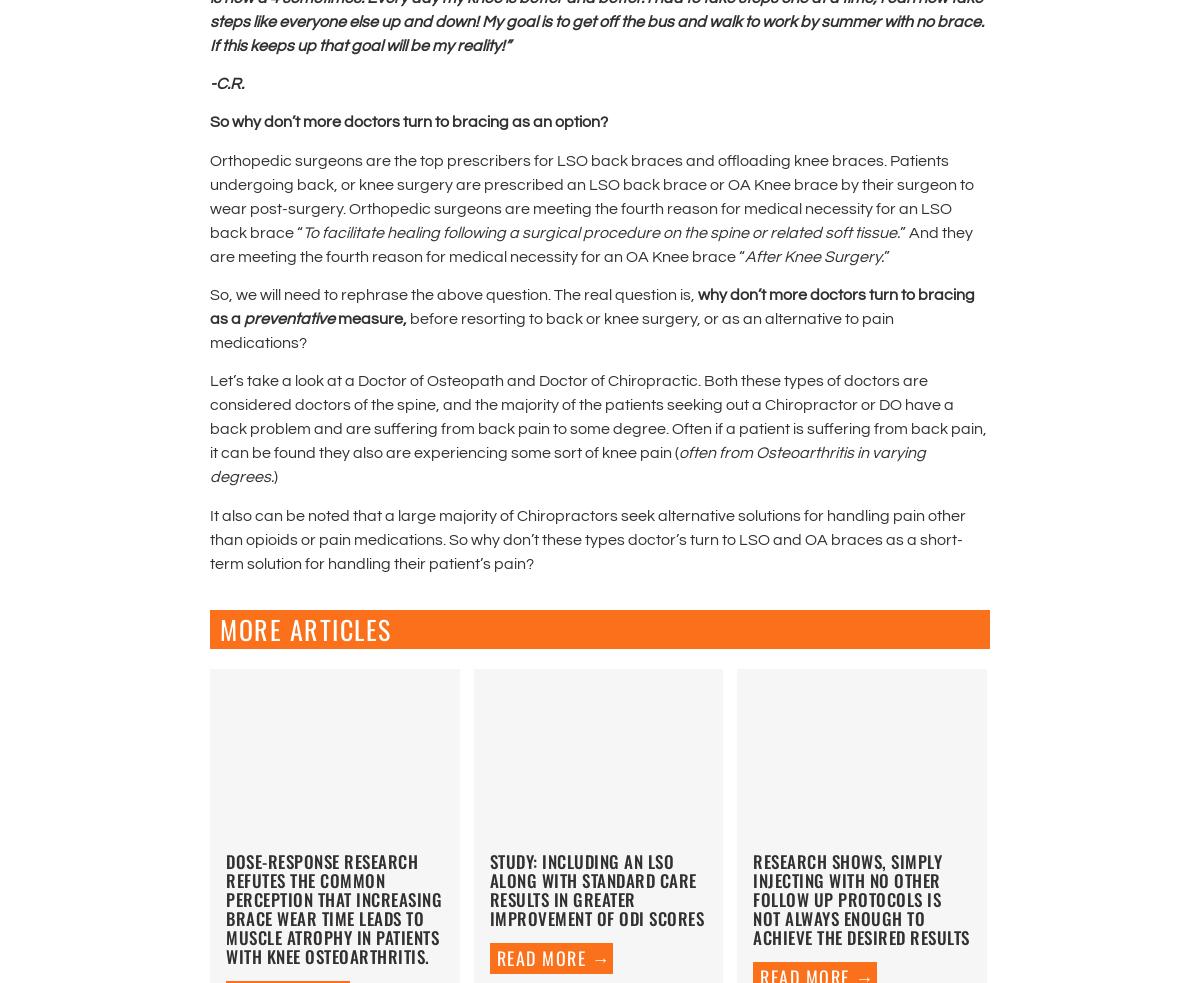  Describe the element at coordinates (226, 81) in the screenshot. I see `'-C.R.'` at that location.